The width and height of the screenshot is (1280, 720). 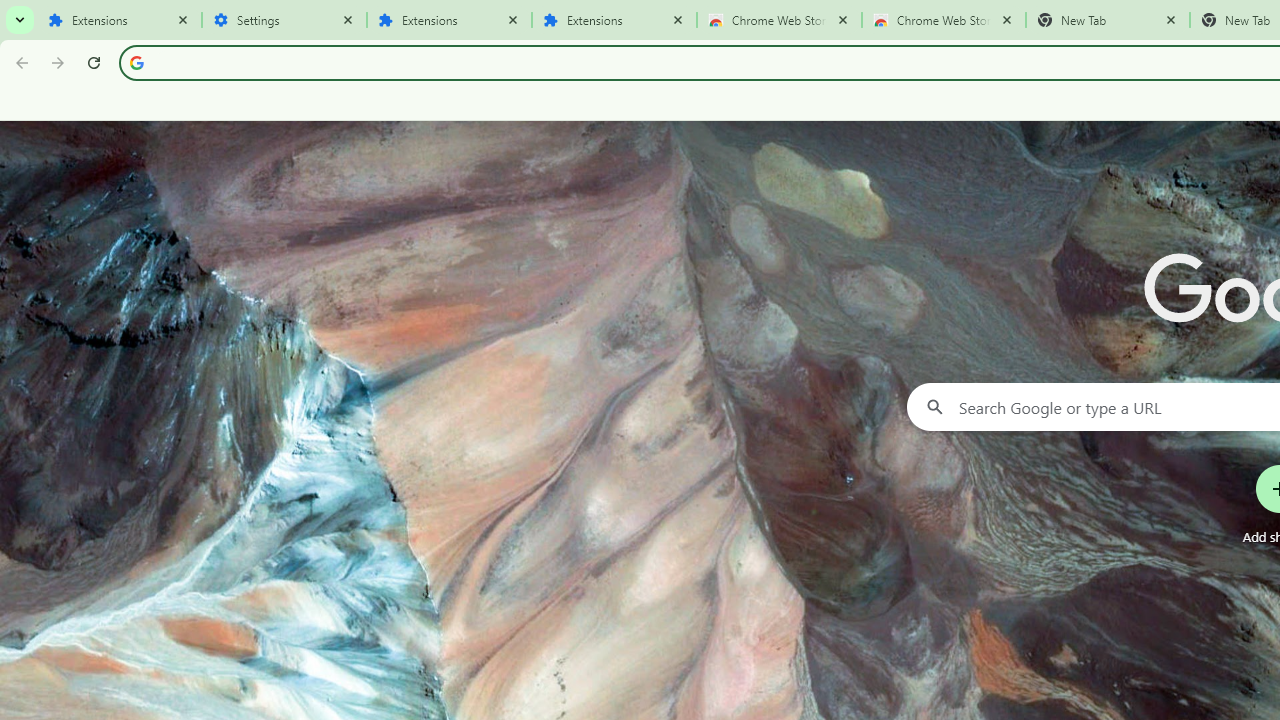 I want to click on 'Extensions', so click(x=118, y=20).